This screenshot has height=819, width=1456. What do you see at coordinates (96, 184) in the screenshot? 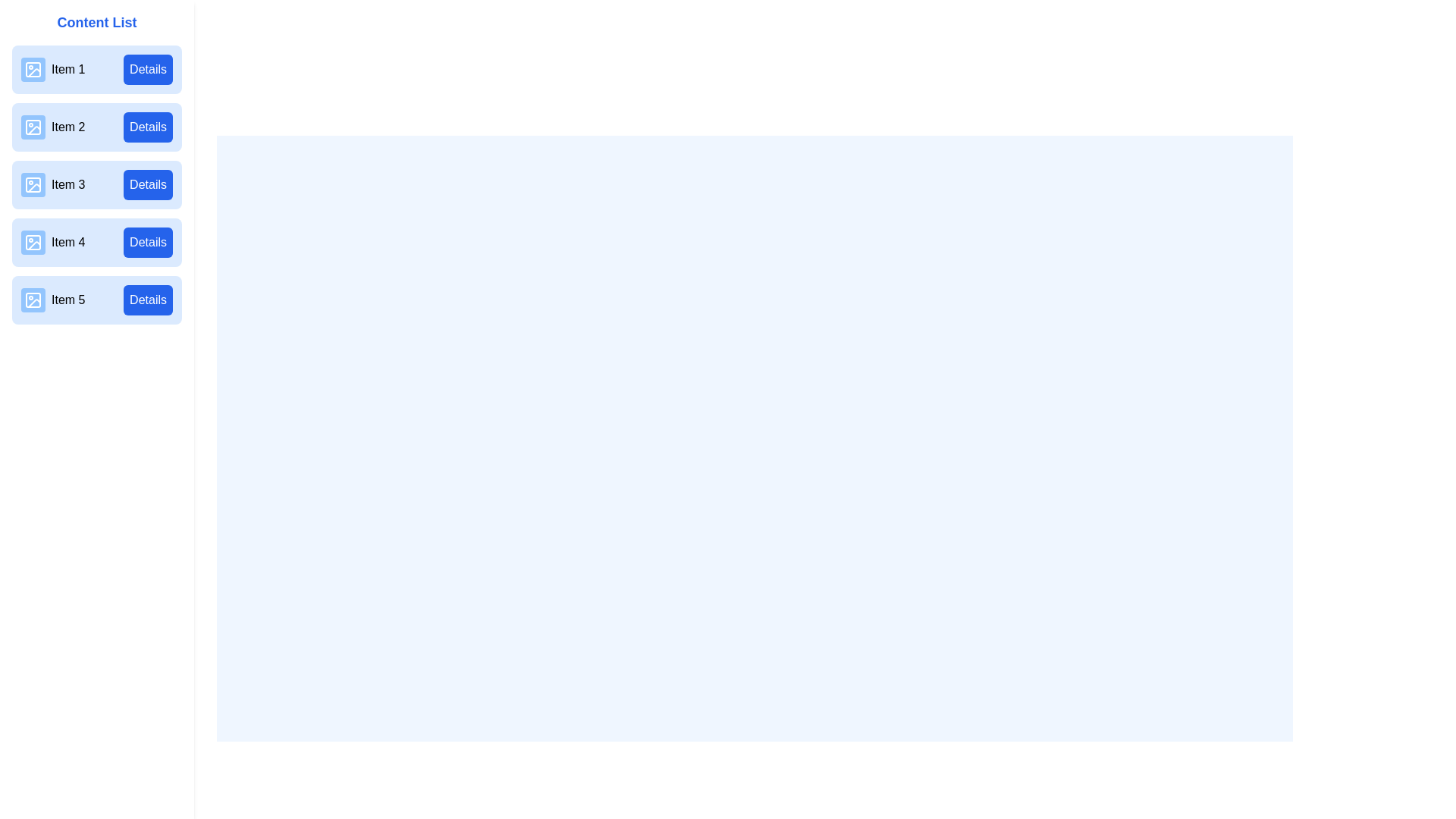
I see `the third item` at bounding box center [96, 184].